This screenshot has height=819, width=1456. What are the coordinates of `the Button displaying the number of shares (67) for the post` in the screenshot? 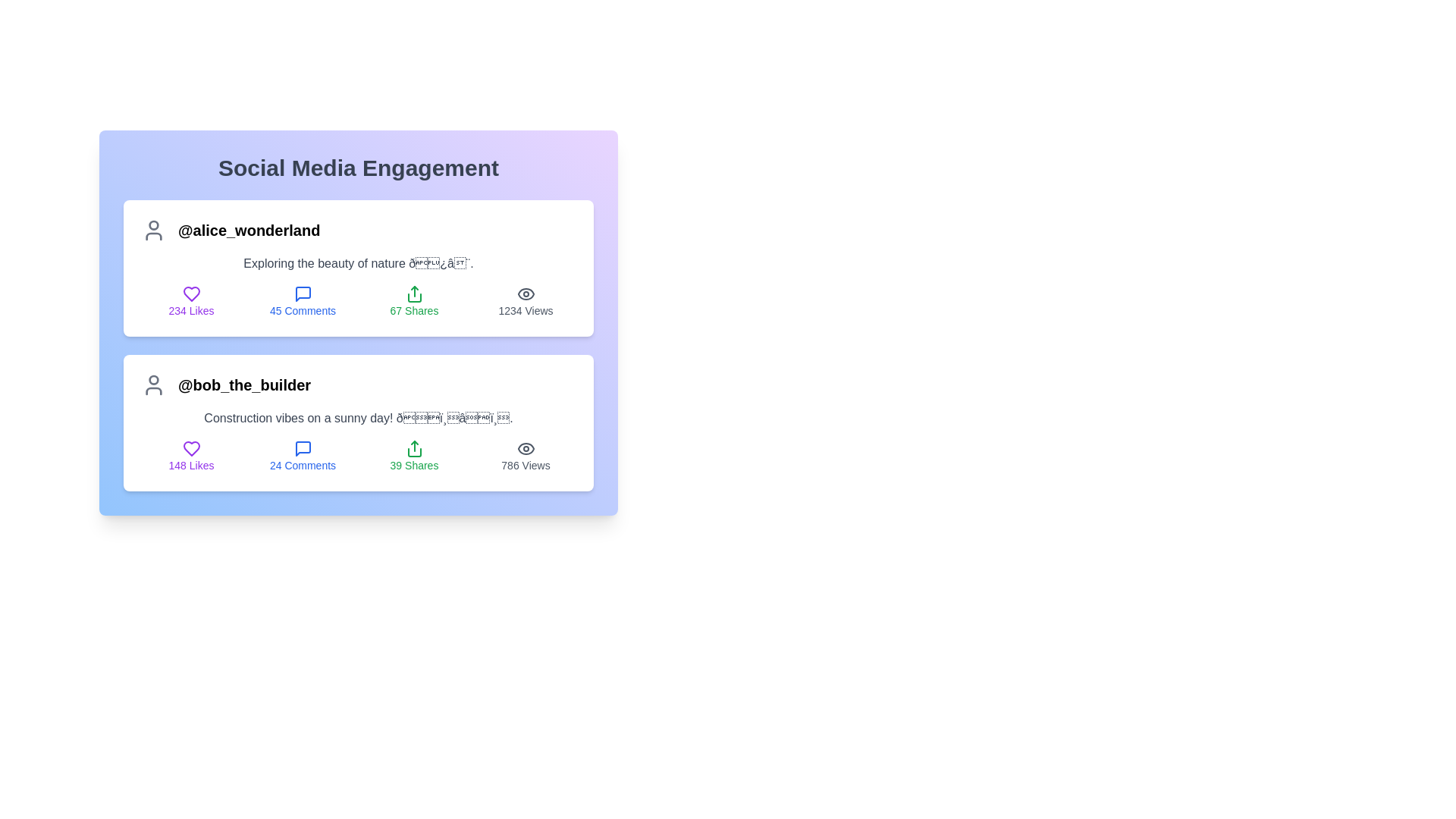 It's located at (358, 301).